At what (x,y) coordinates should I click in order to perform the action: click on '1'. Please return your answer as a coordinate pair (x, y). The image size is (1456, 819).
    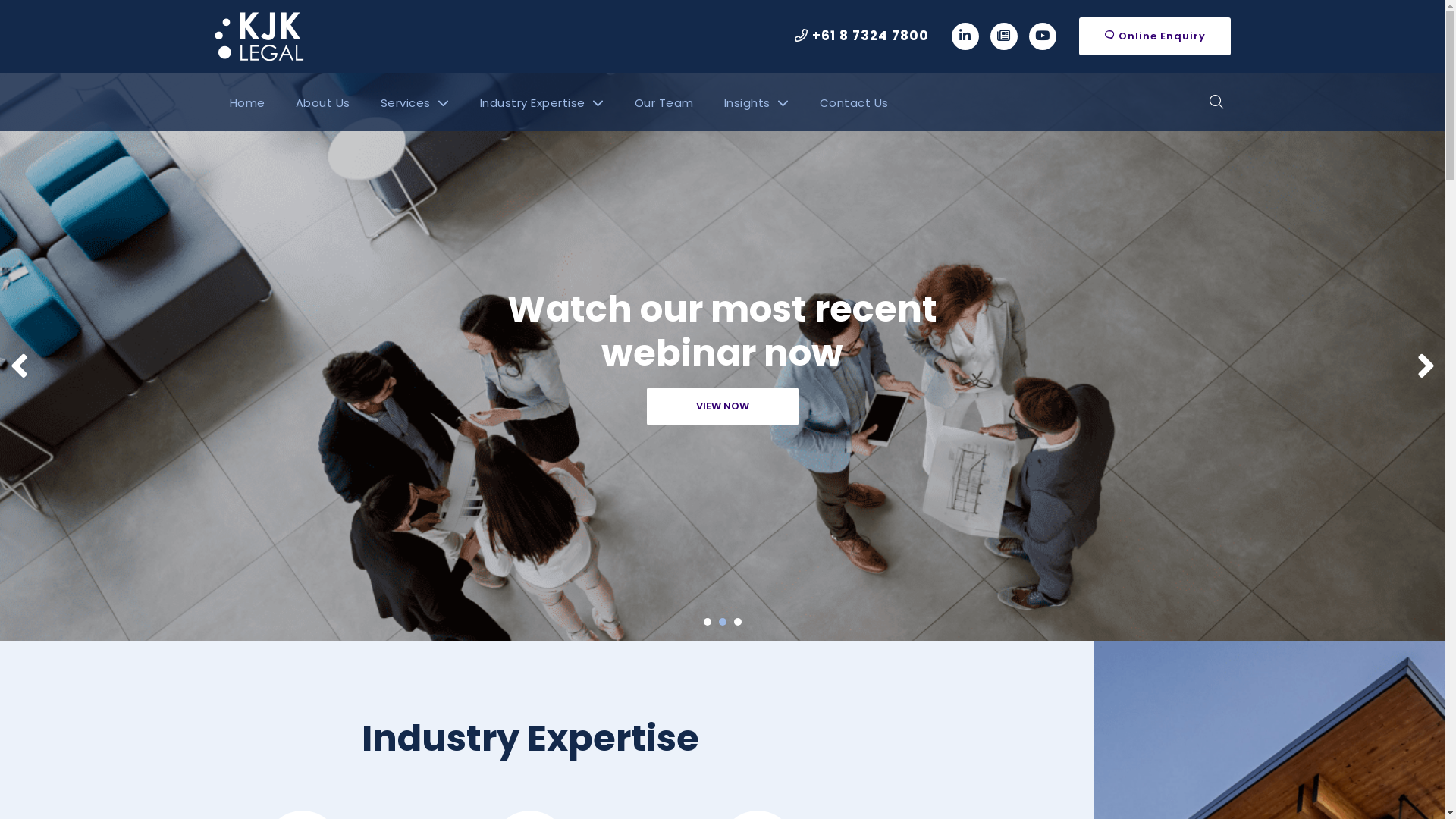
    Looking at the image, I should click on (706, 622).